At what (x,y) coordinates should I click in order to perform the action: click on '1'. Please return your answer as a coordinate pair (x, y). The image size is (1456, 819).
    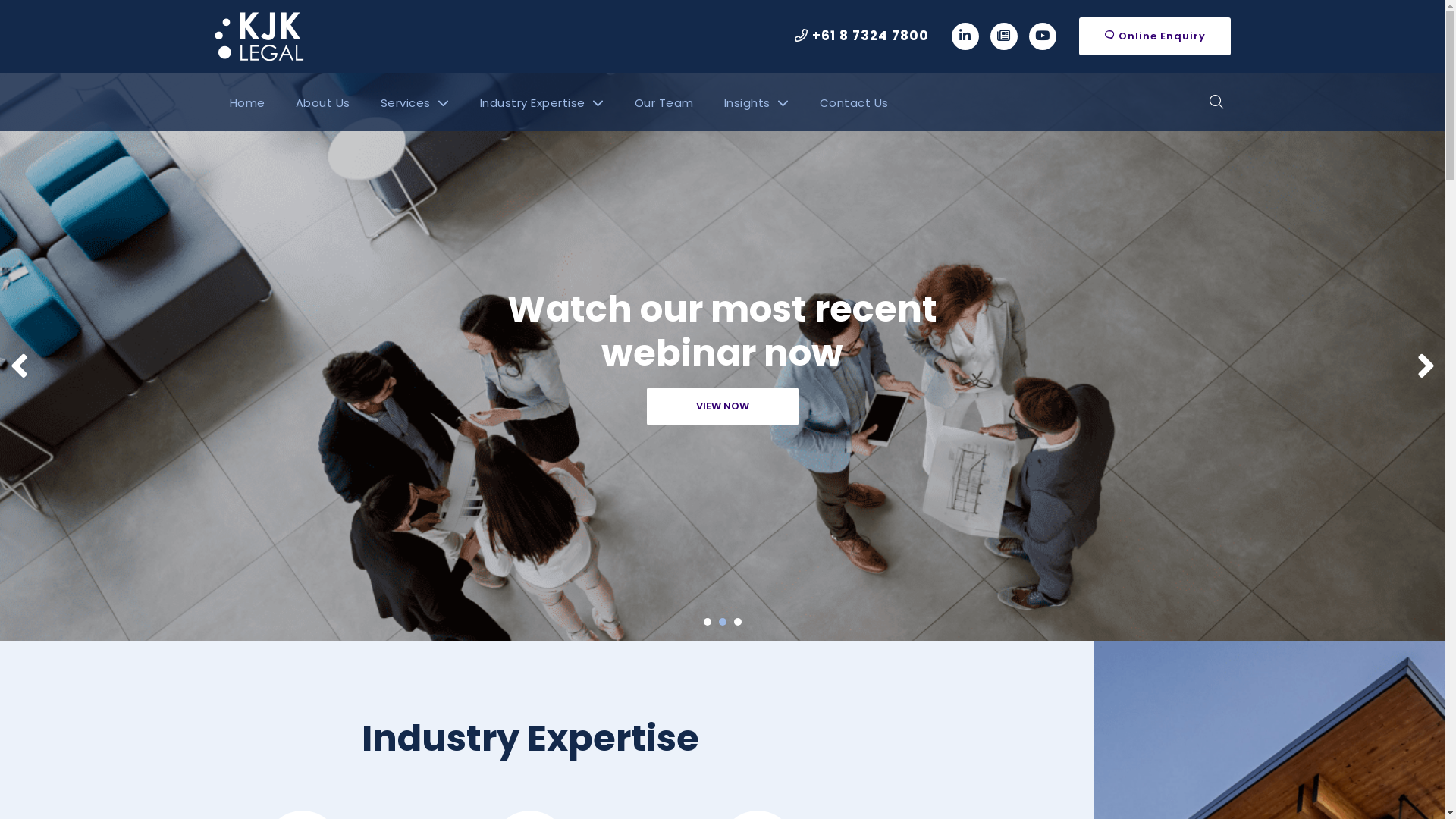
    Looking at the image, I should click on (706, 622).